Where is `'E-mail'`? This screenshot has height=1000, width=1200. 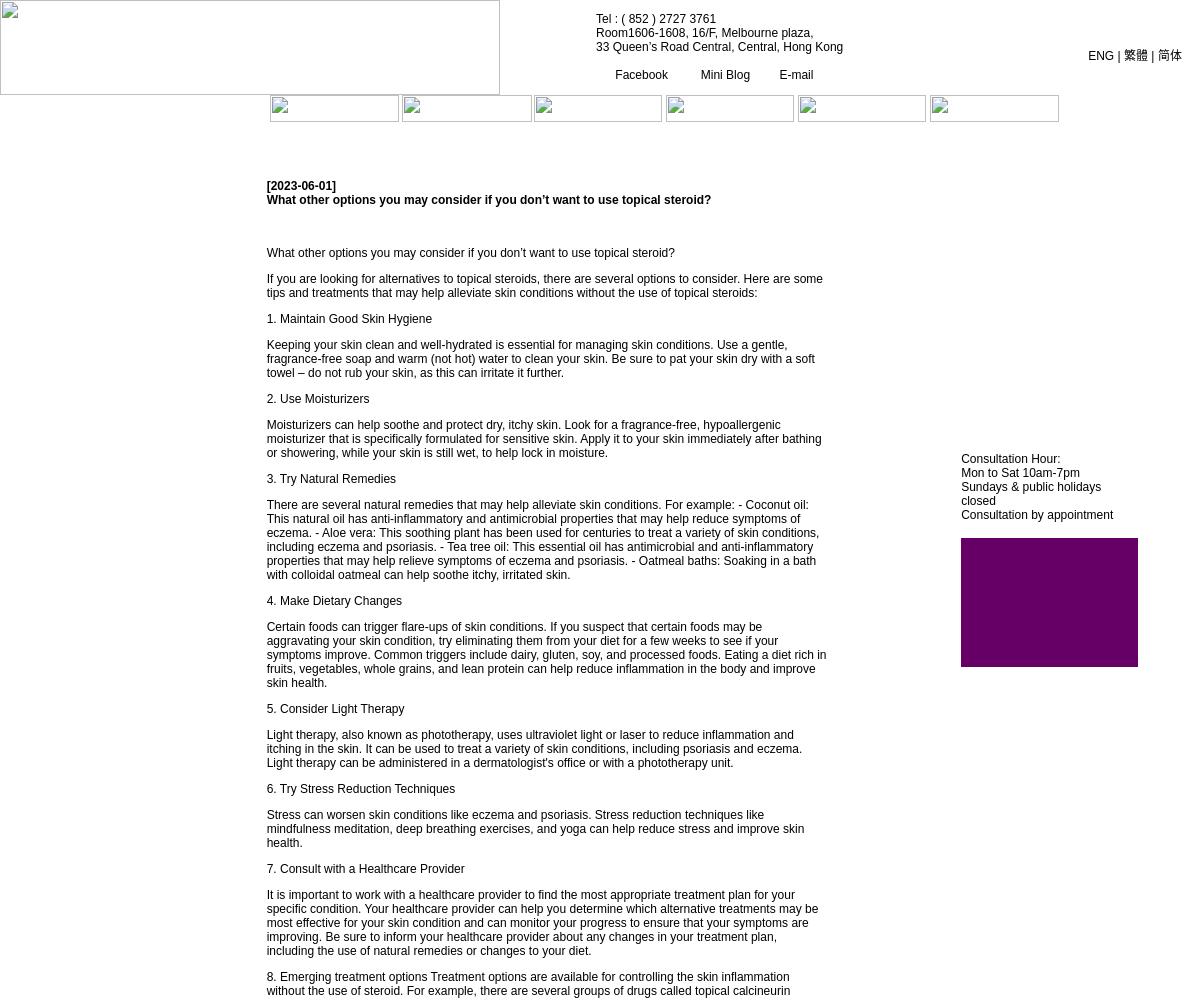
'E-mail' is located at coordinates (775, 73).